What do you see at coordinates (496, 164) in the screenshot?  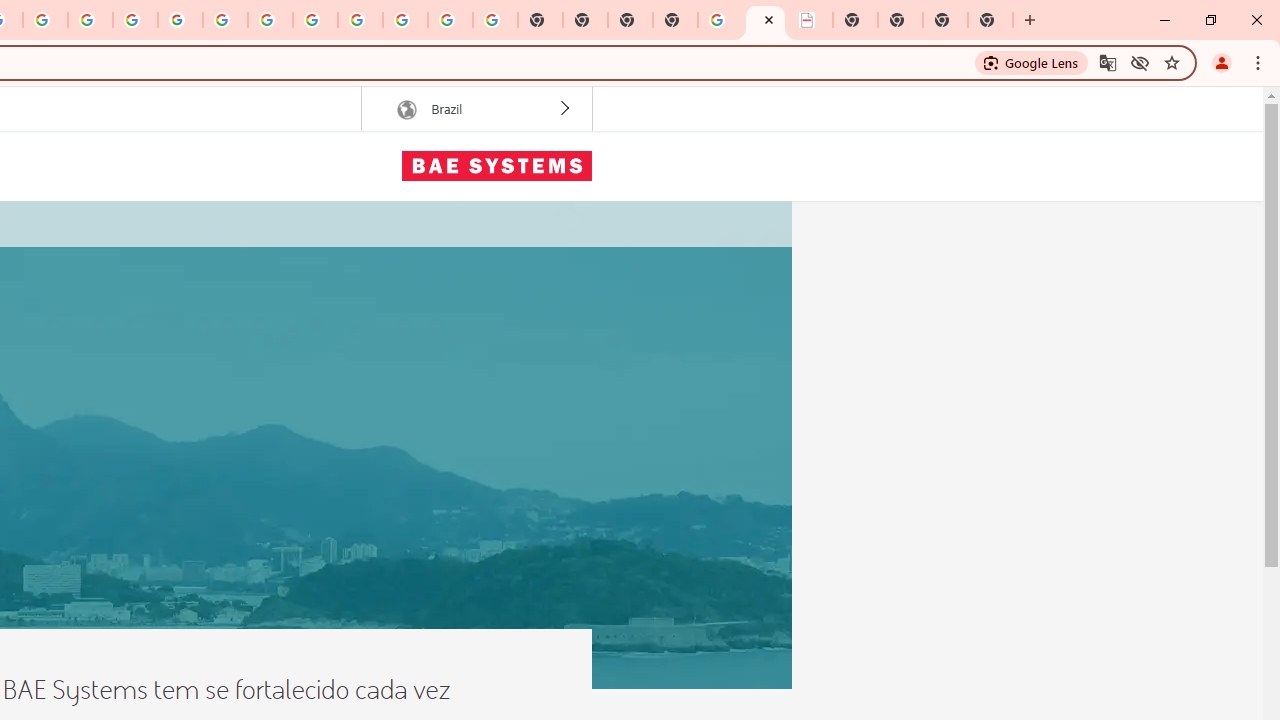 I see `'BAE Systems'` at bounding box center [496, 164].